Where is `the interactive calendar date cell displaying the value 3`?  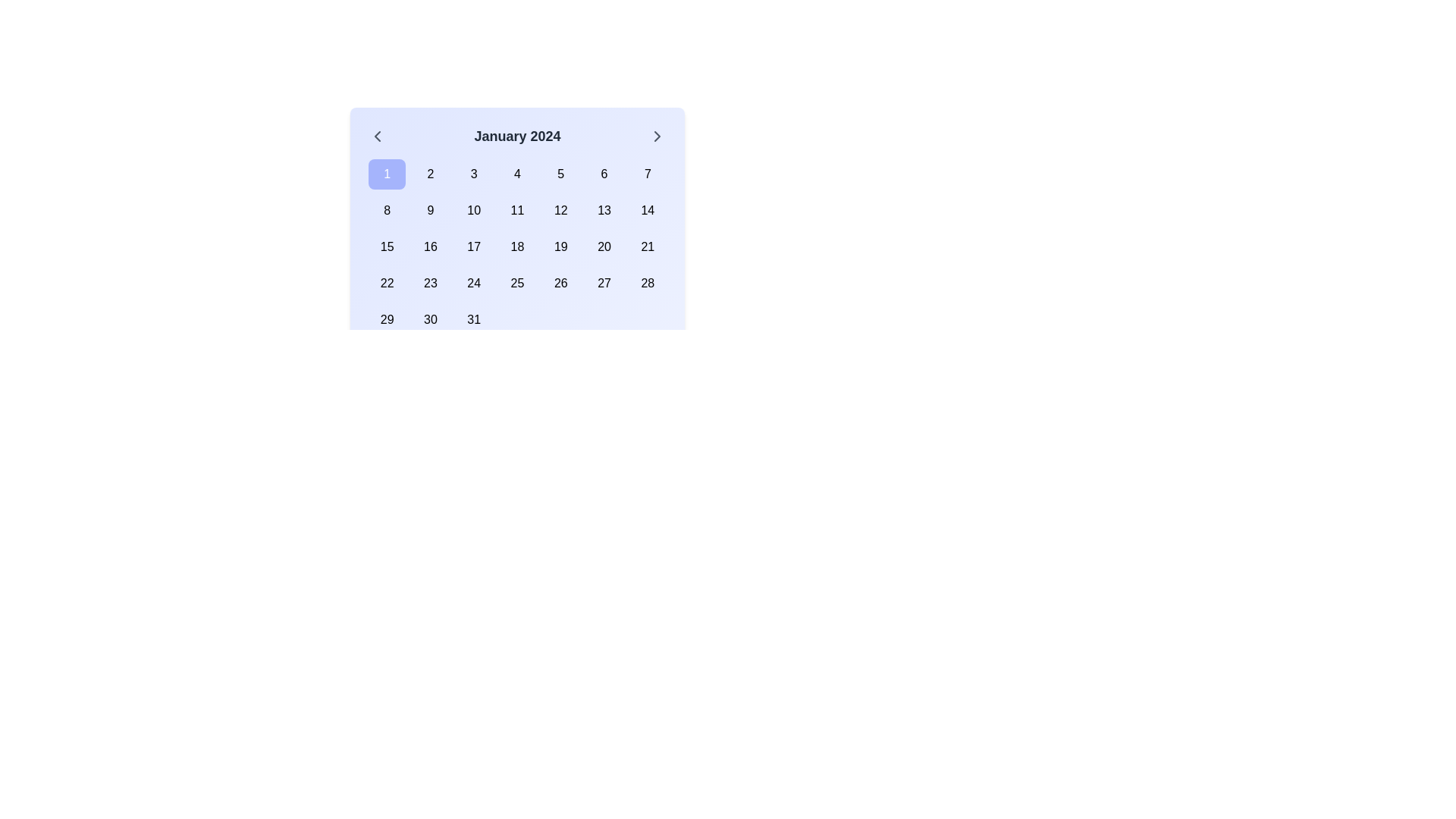
the interactive calendar date cell displaying the value 3 is located at coordinates (473, 174).